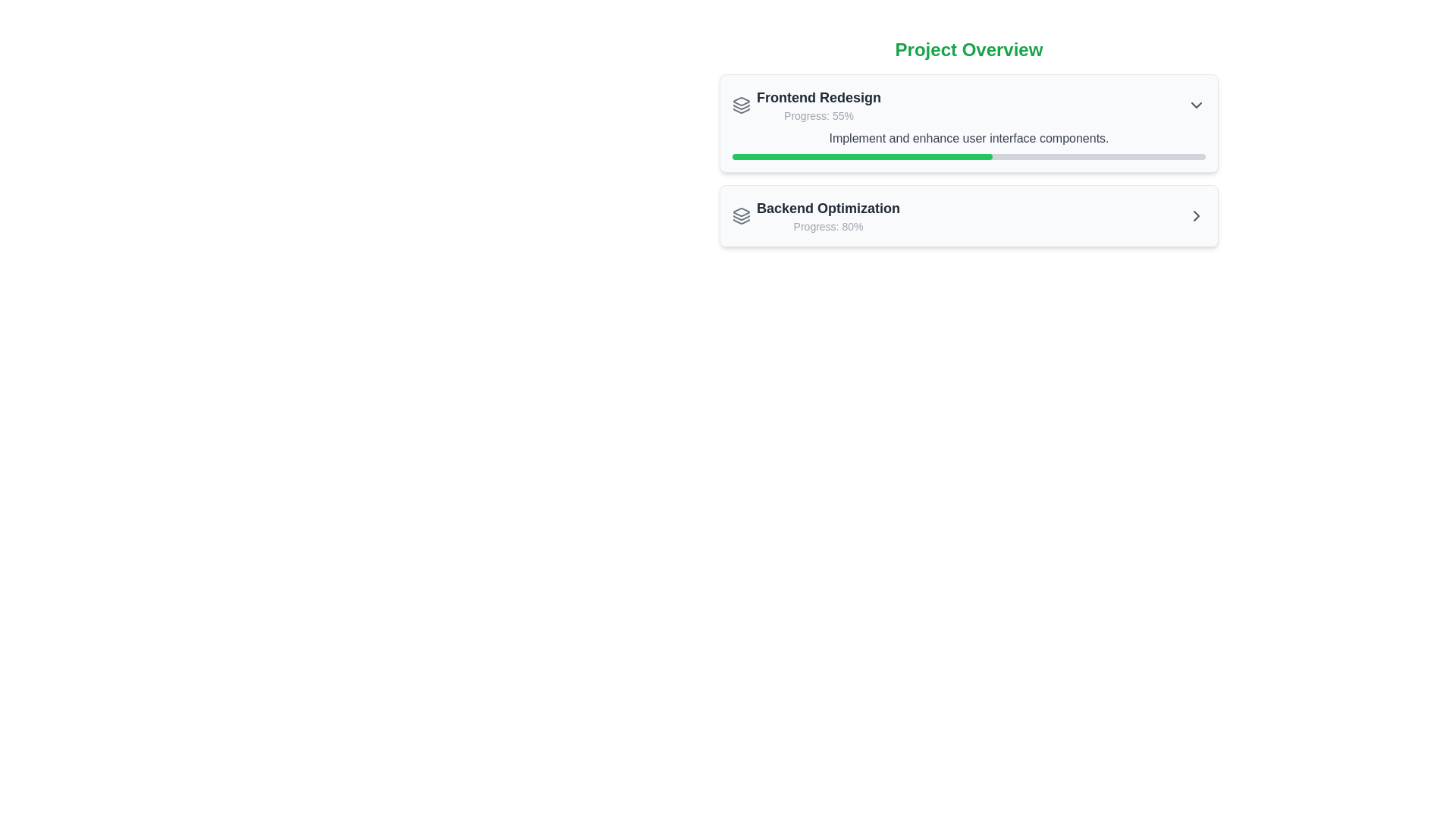 The image size is (1456, 819). Describe the element at coordinates (968, 104) in the screenshot. I see `project name 'Frontend Redesign' and progress information 'Progress: 55%' from the composite UI component displaying the project details, identified by its position at the top of the project card` at that location.